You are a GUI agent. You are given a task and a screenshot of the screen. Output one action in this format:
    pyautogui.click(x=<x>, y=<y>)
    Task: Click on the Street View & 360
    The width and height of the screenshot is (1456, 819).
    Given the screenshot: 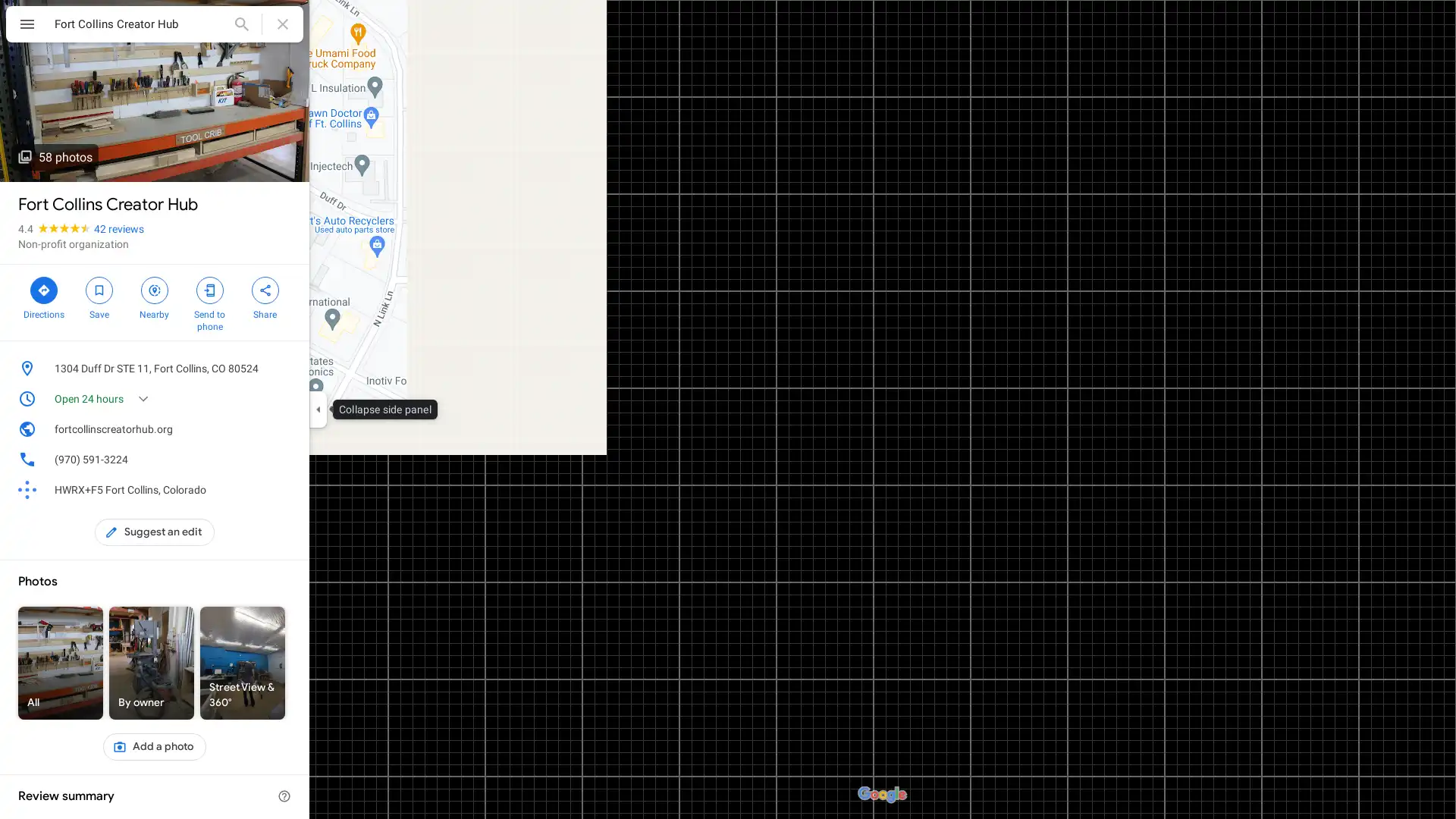 What is the action you would take?
    pyautogui.click(x=243, y=662)
    